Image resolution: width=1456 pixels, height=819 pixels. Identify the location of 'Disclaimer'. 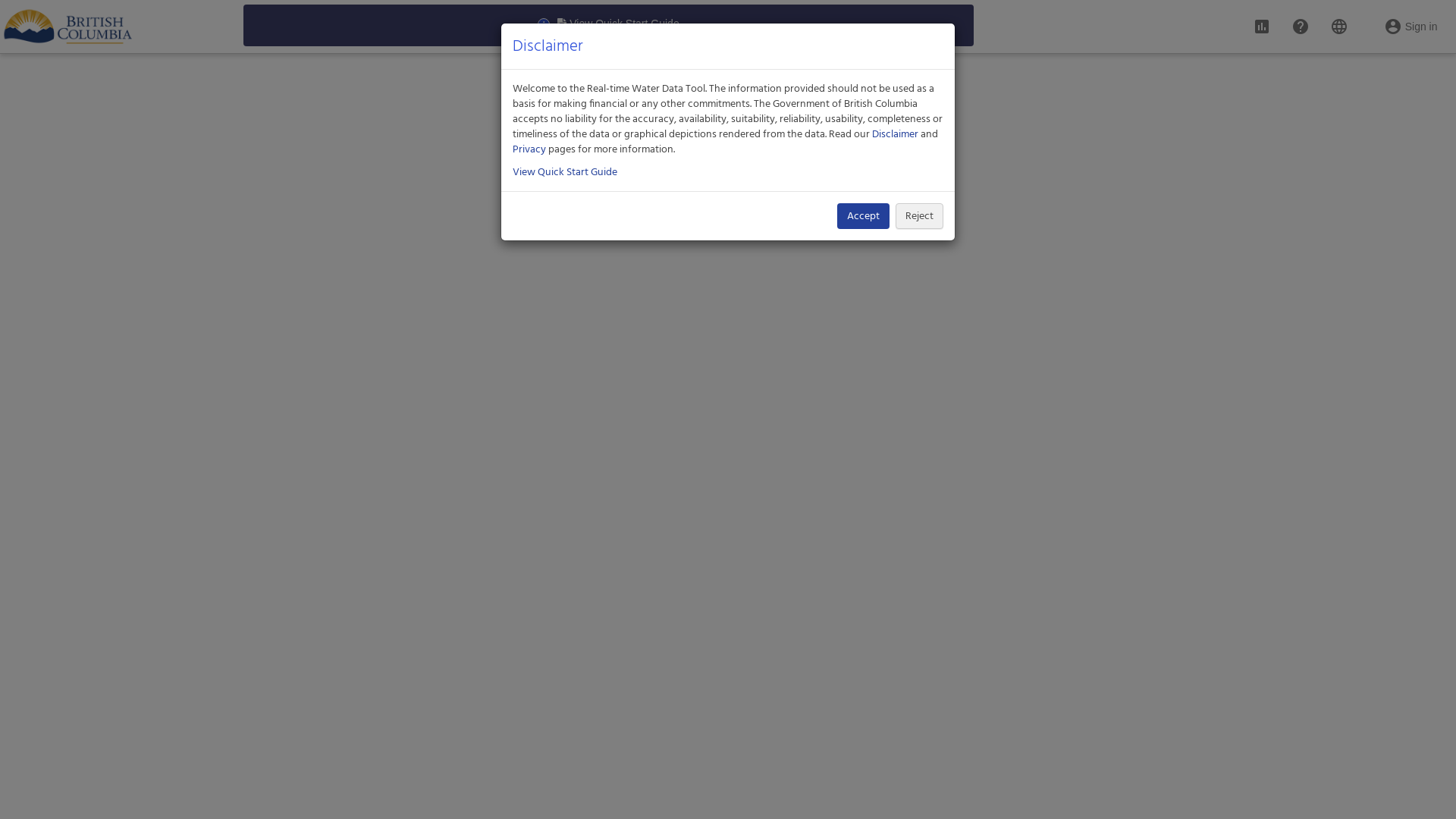
(872, 133).